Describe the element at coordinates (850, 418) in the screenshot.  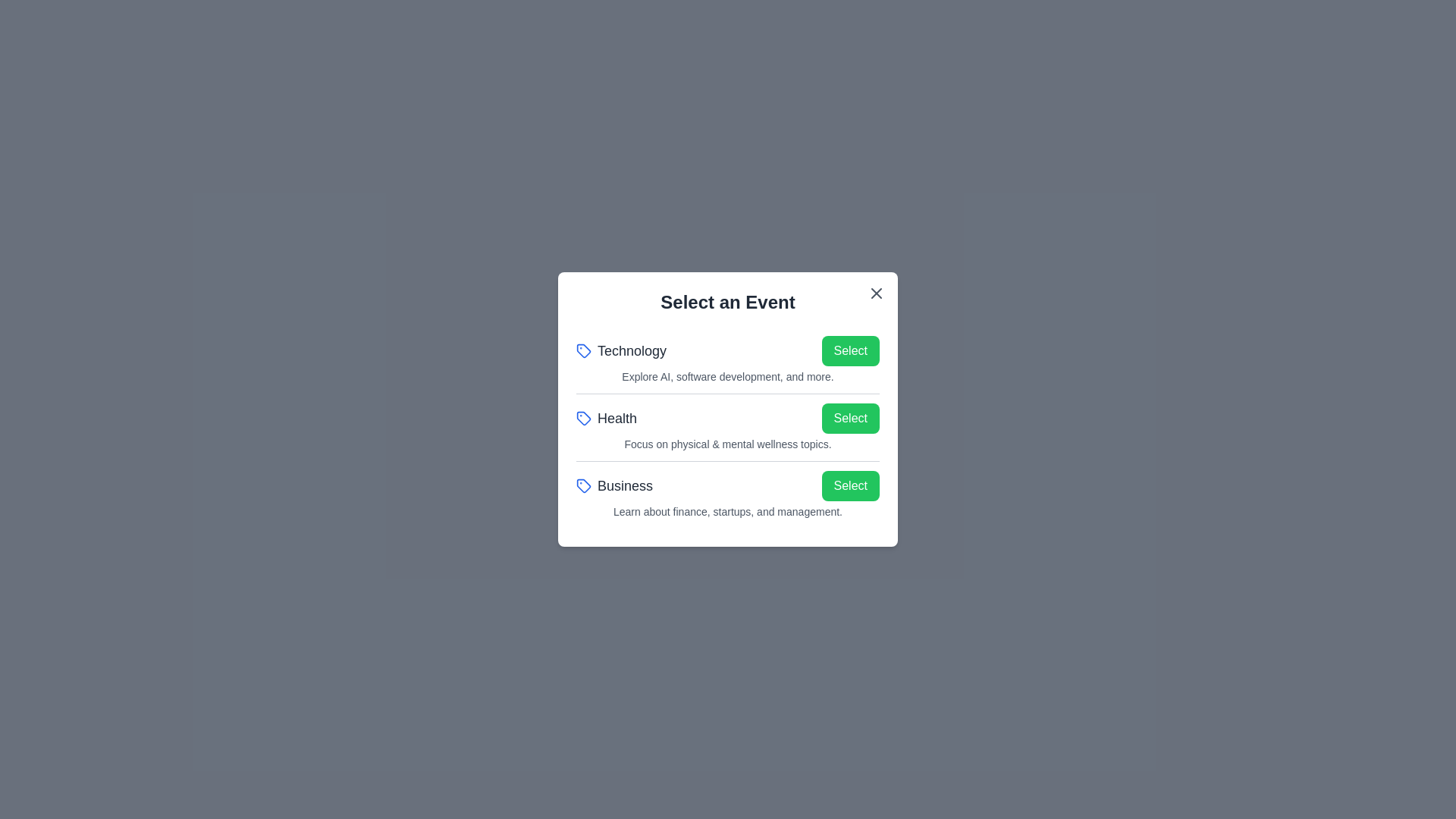
I see `the 'Select' button for the 'Health' category` at that location.